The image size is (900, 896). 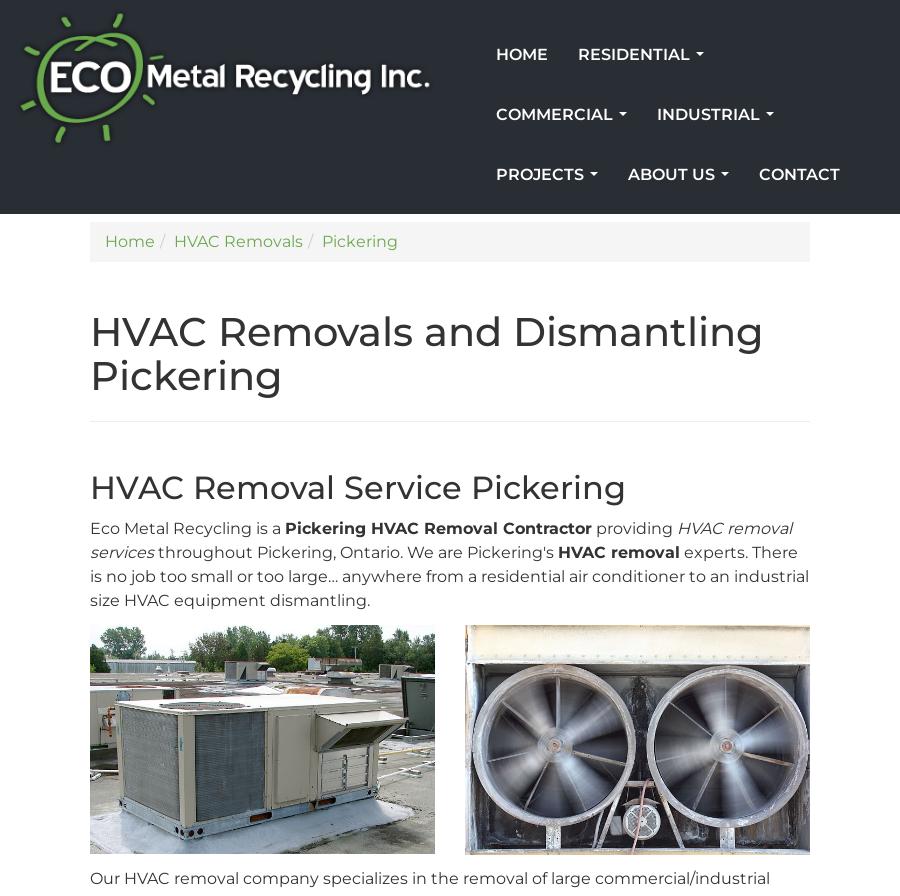 I want to click on 'Contact', so click(x=799, y=174).